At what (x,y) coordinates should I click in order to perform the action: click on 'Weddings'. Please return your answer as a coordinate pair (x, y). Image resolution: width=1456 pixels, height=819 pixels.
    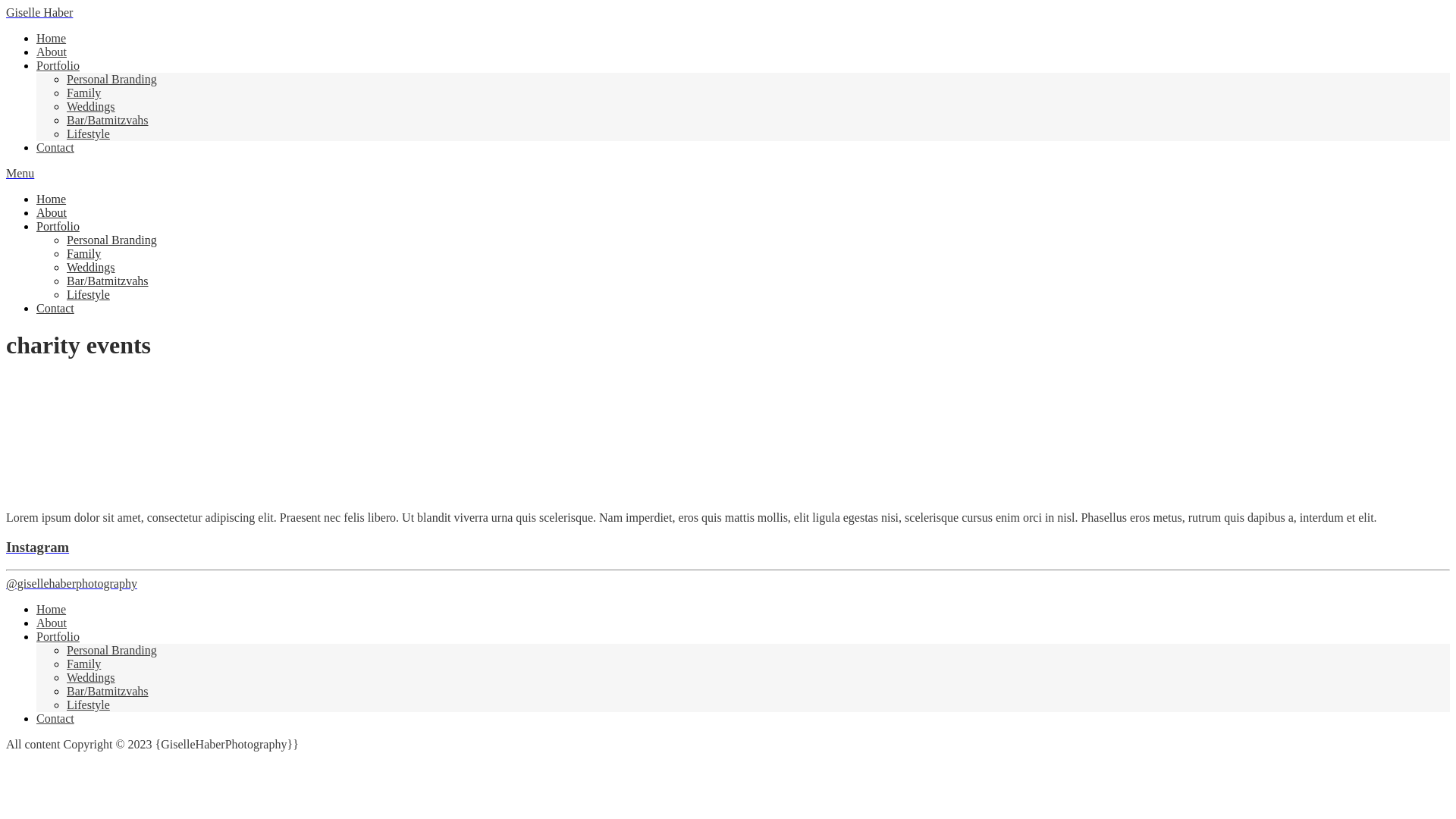
    Looking at the image, I should click on (90, 676).